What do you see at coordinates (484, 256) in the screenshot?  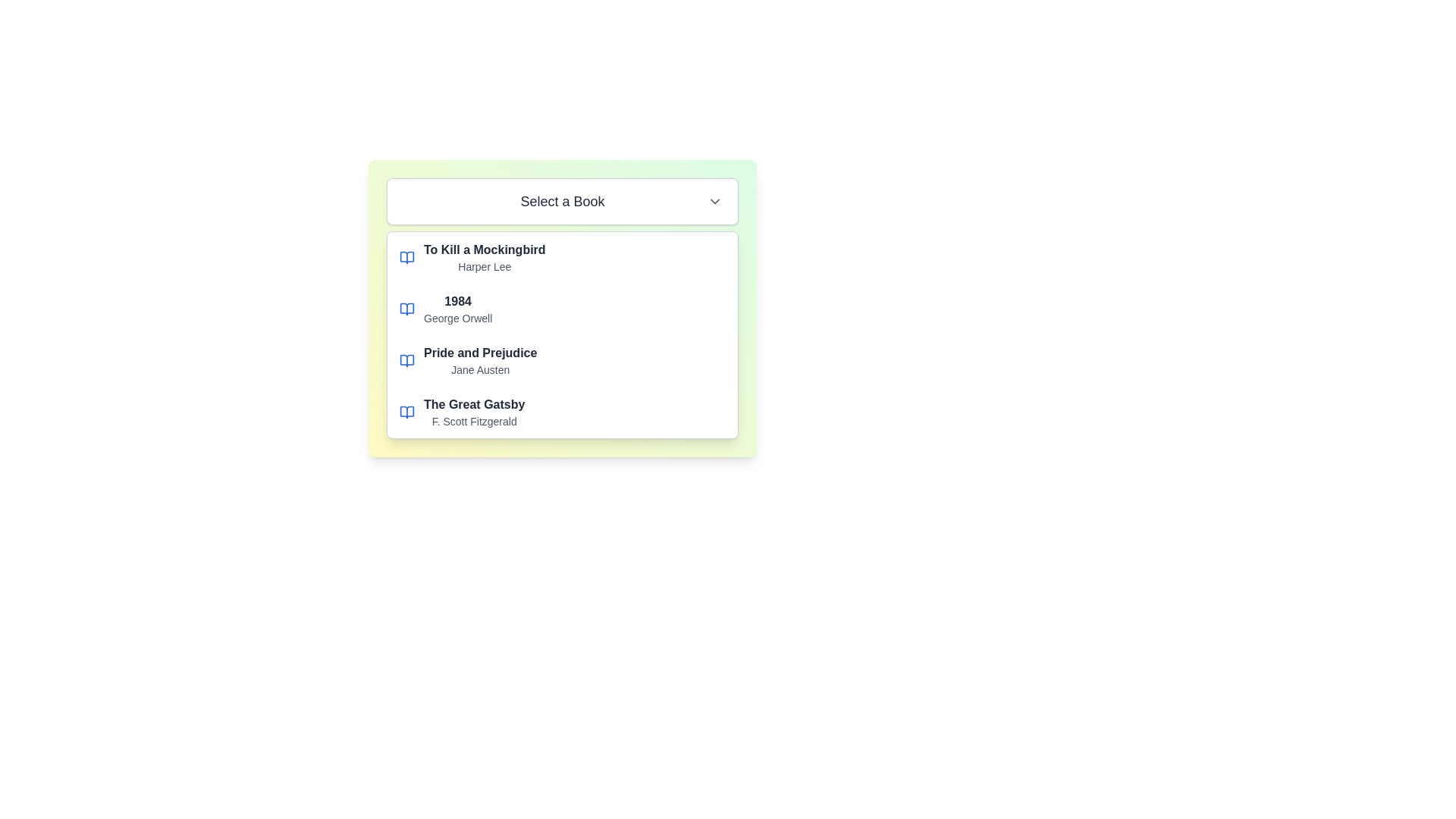 I see `the first book option in the list displayed beneath the 'Select a Book' dropdown` at bounding box center [484, 256].